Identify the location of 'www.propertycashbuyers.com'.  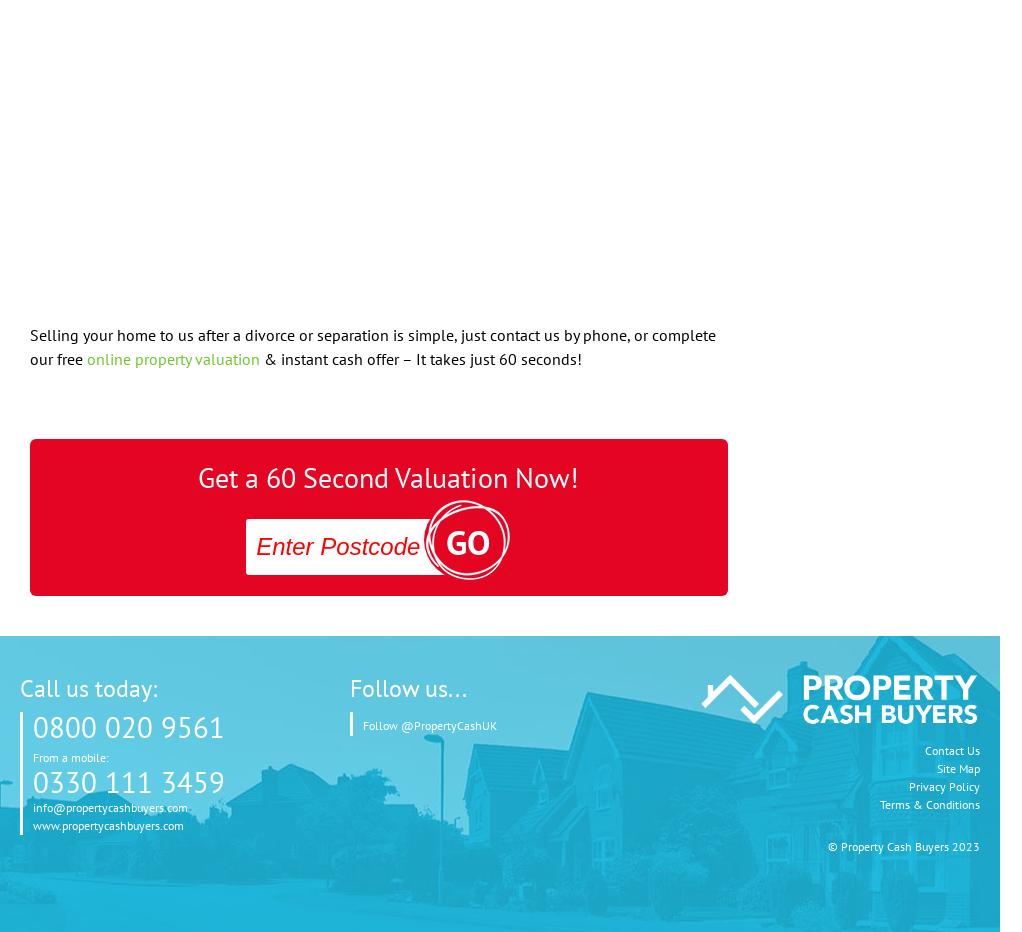
(107, 824).